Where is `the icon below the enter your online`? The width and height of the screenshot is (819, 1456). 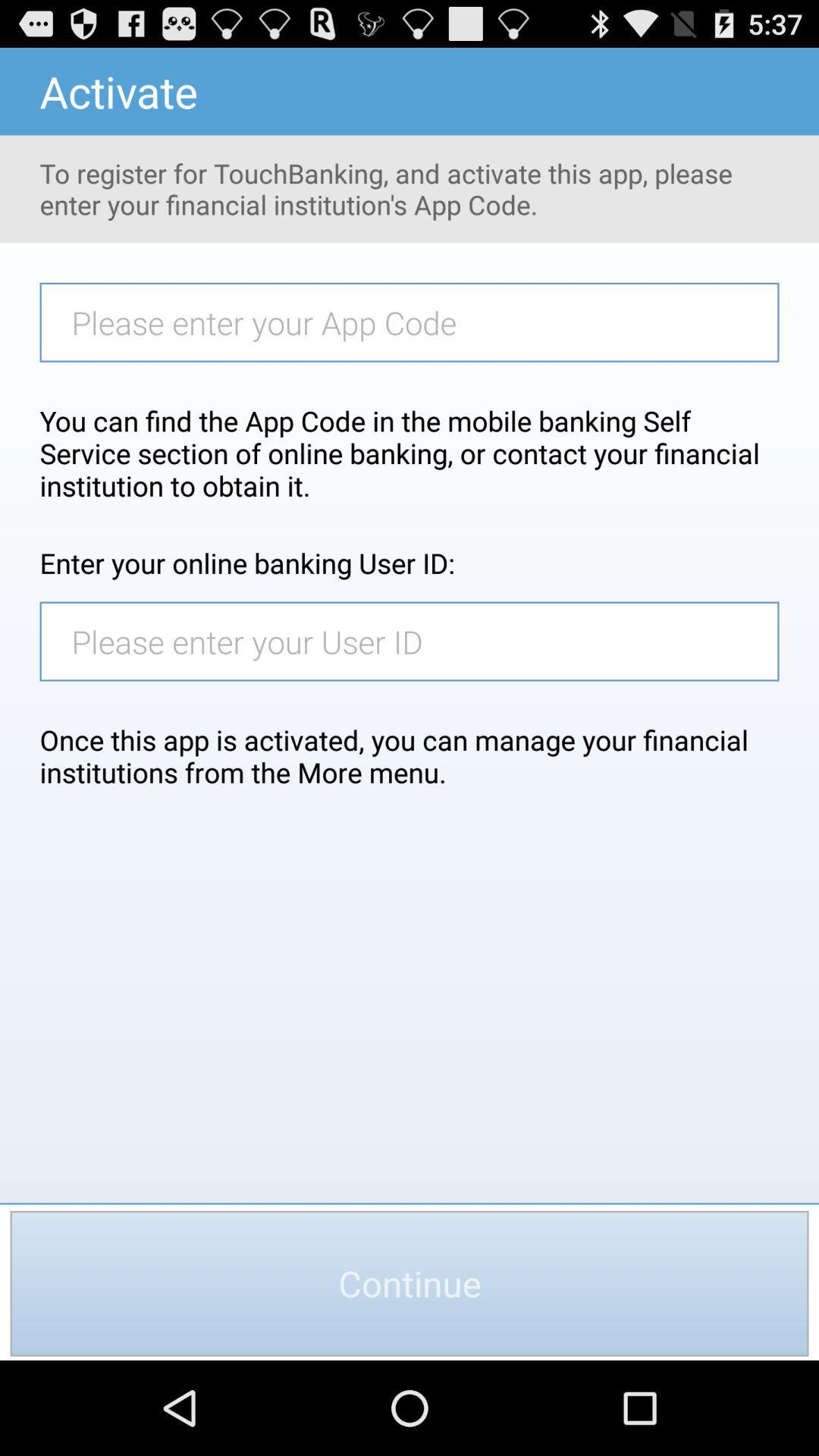
the icon below the enter your online is located at coordinates (417, 641).